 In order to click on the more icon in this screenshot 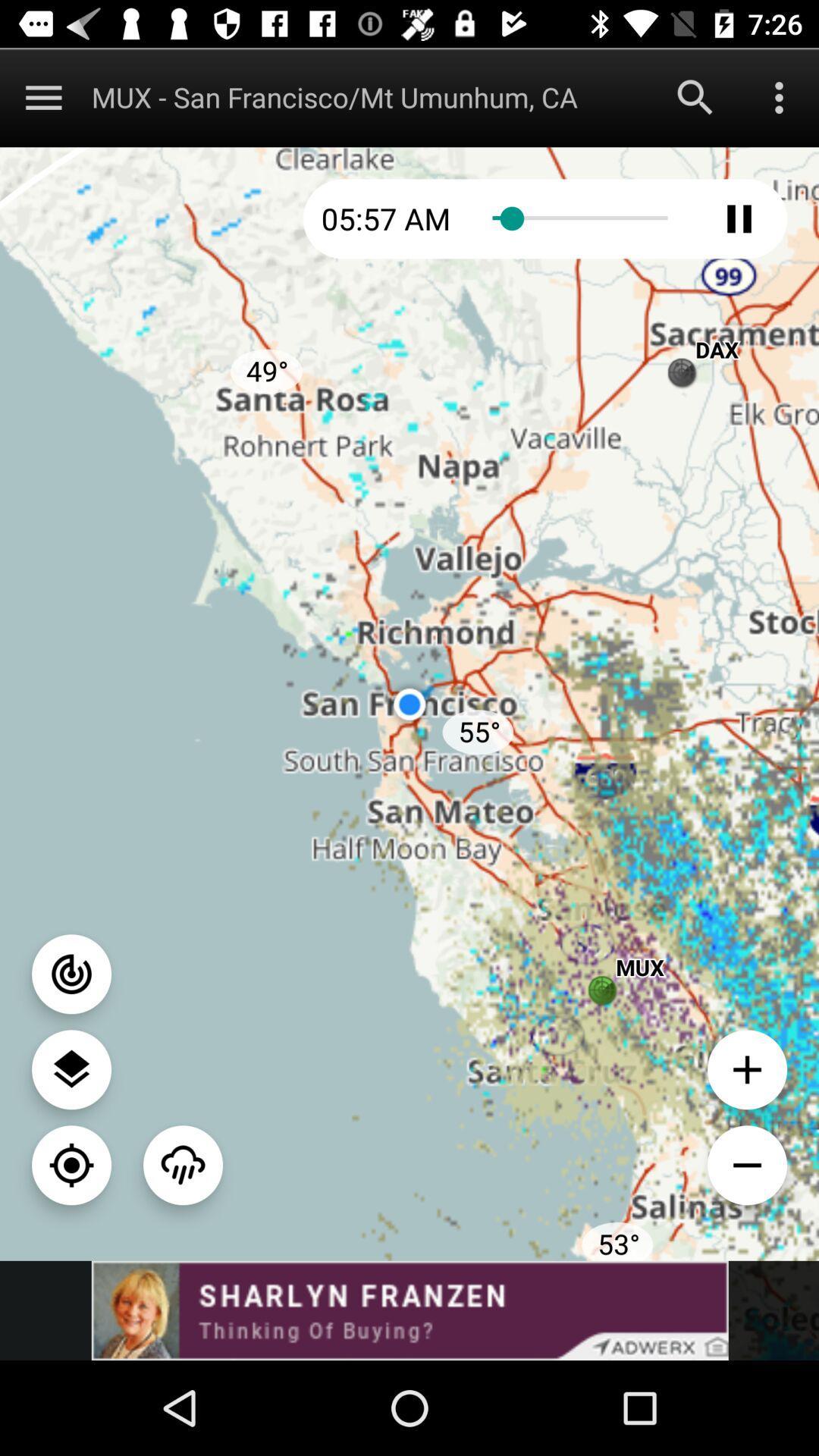, I will do `click(779, 96)`.